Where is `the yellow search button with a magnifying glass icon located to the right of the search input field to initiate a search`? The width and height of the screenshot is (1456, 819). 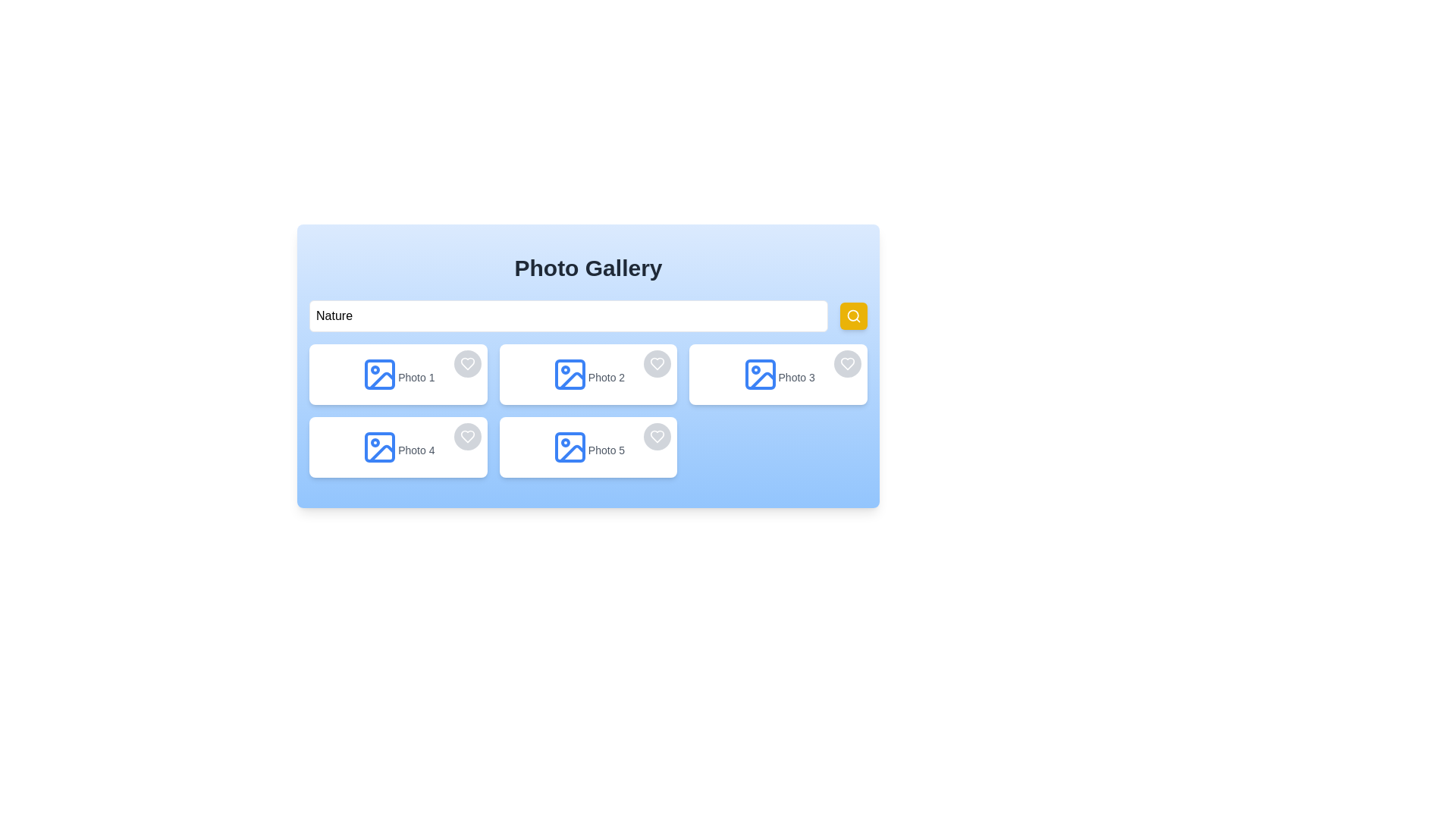
the yellow search button with a magnifying glass icon located to the right of the search input field to initiate a search is located at coordinates (854, 315).